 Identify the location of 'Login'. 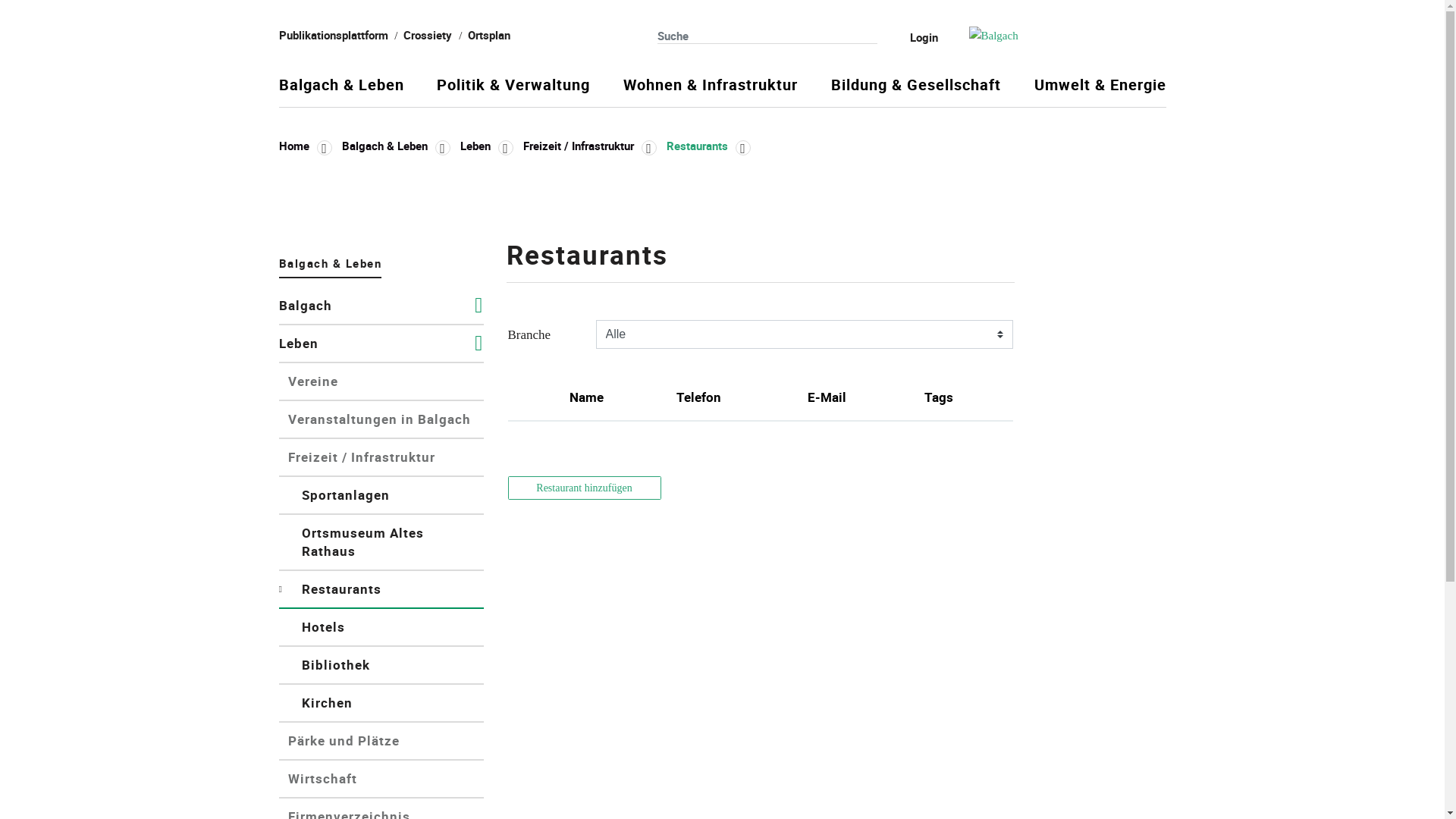
(912, 36).